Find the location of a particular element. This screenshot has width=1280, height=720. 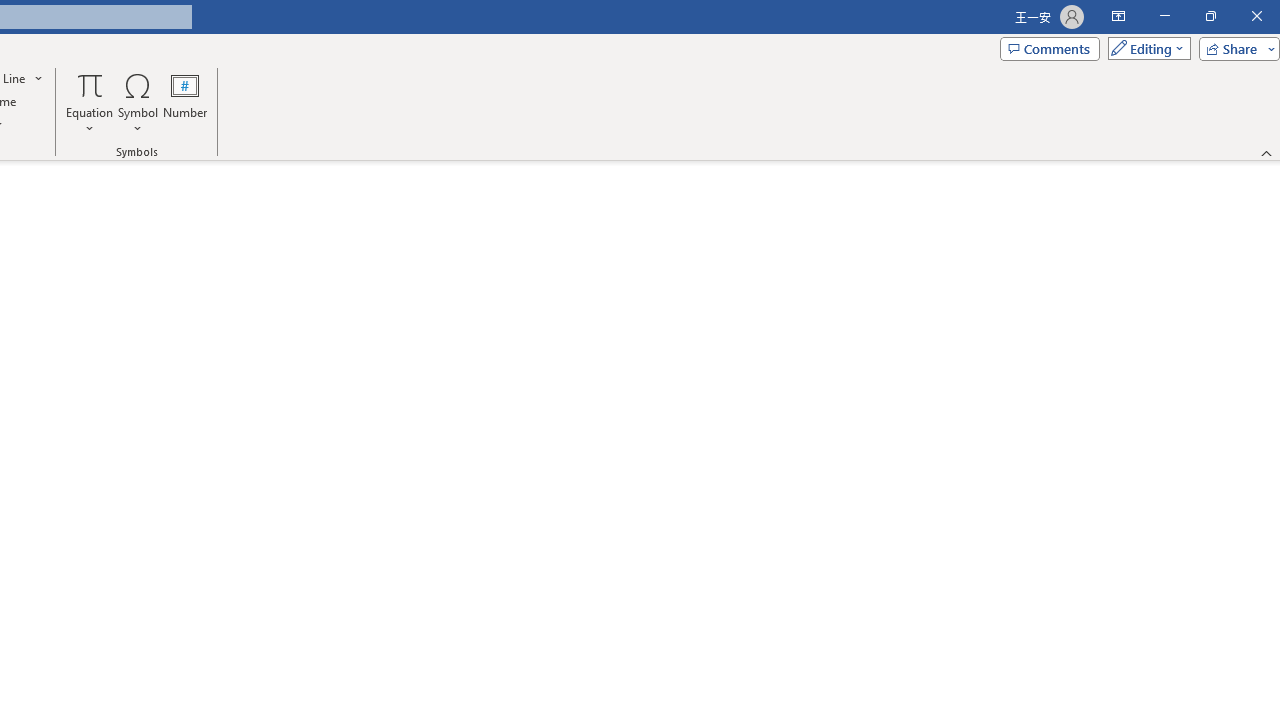

'Editing' is located at coordinates (1144, 47).